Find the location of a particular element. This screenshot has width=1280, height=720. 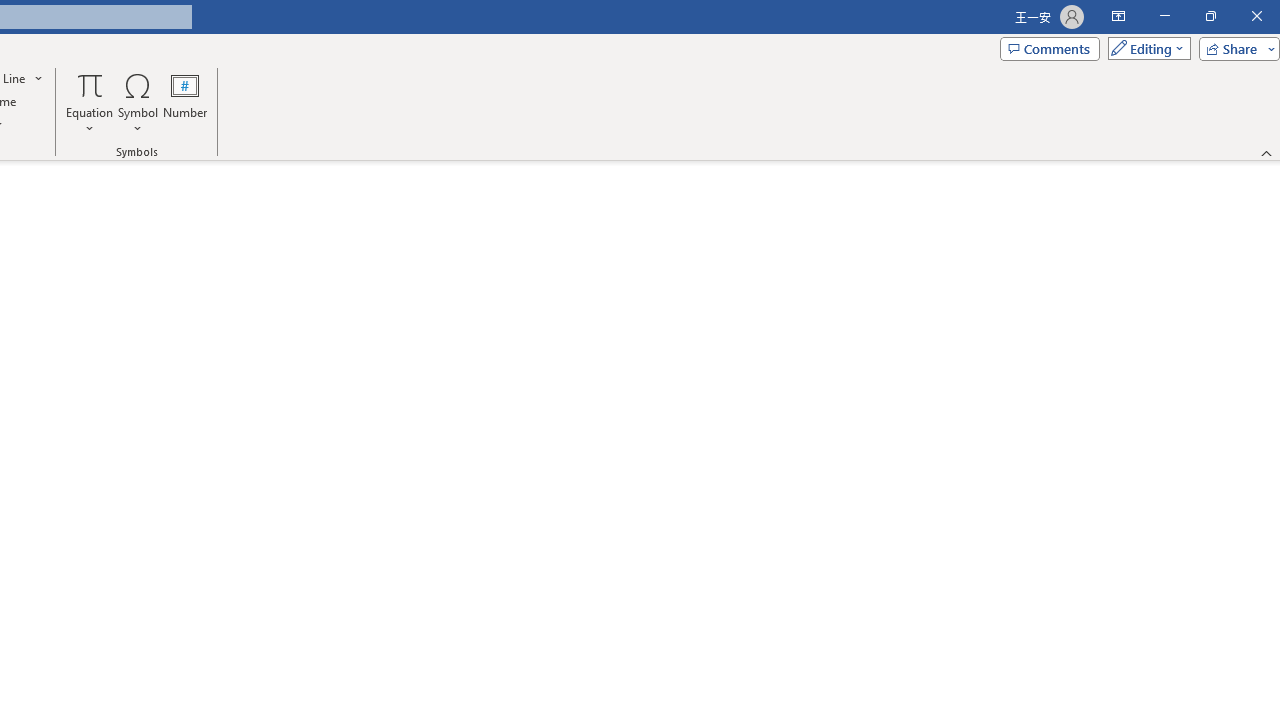

'Editing' is located at coordinates (1144, 47).